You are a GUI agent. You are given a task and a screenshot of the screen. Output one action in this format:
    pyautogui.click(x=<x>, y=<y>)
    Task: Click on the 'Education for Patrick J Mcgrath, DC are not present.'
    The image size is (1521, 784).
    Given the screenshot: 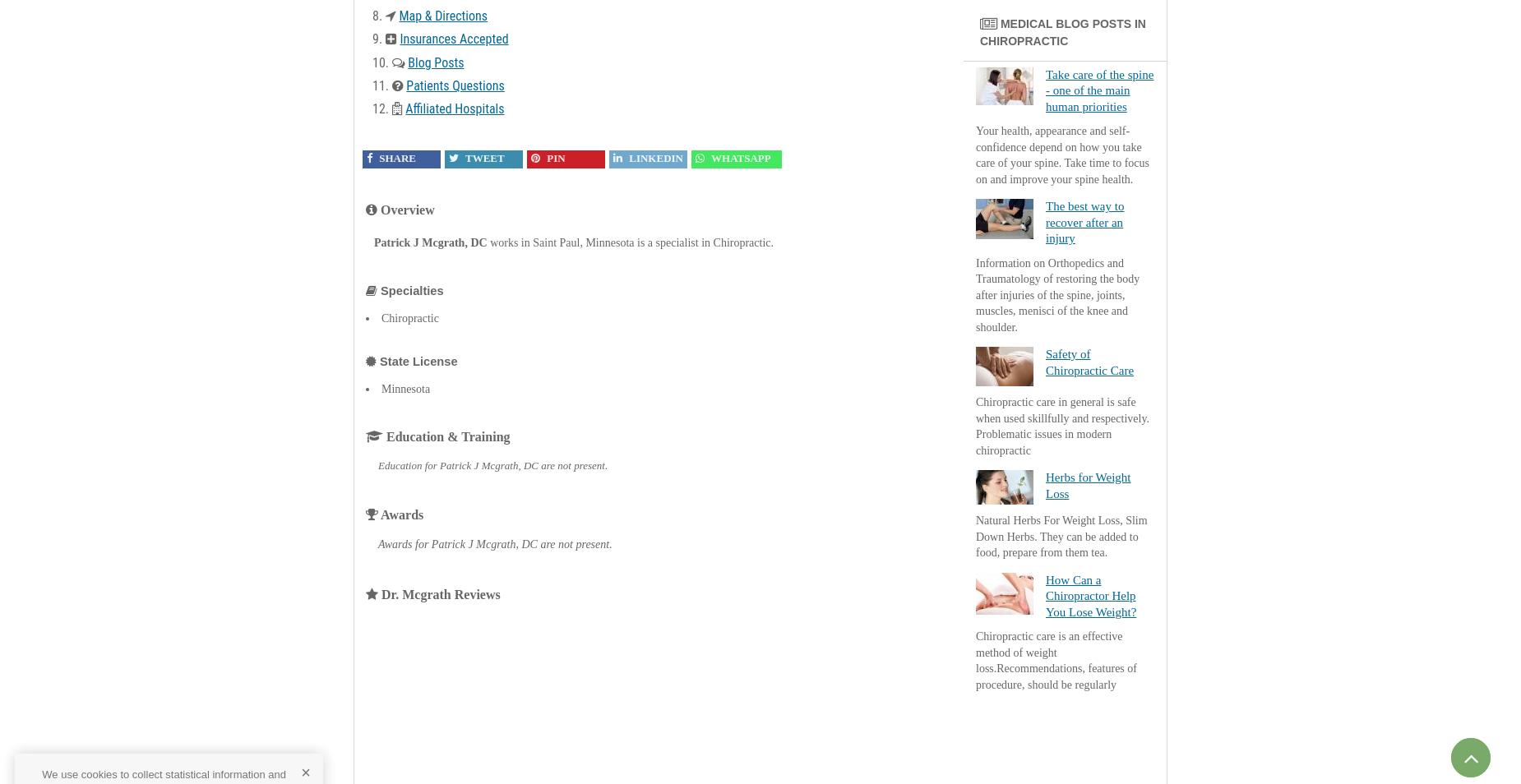 What is the action you would take?
    pyautogui.click(x=492, y=464)
    